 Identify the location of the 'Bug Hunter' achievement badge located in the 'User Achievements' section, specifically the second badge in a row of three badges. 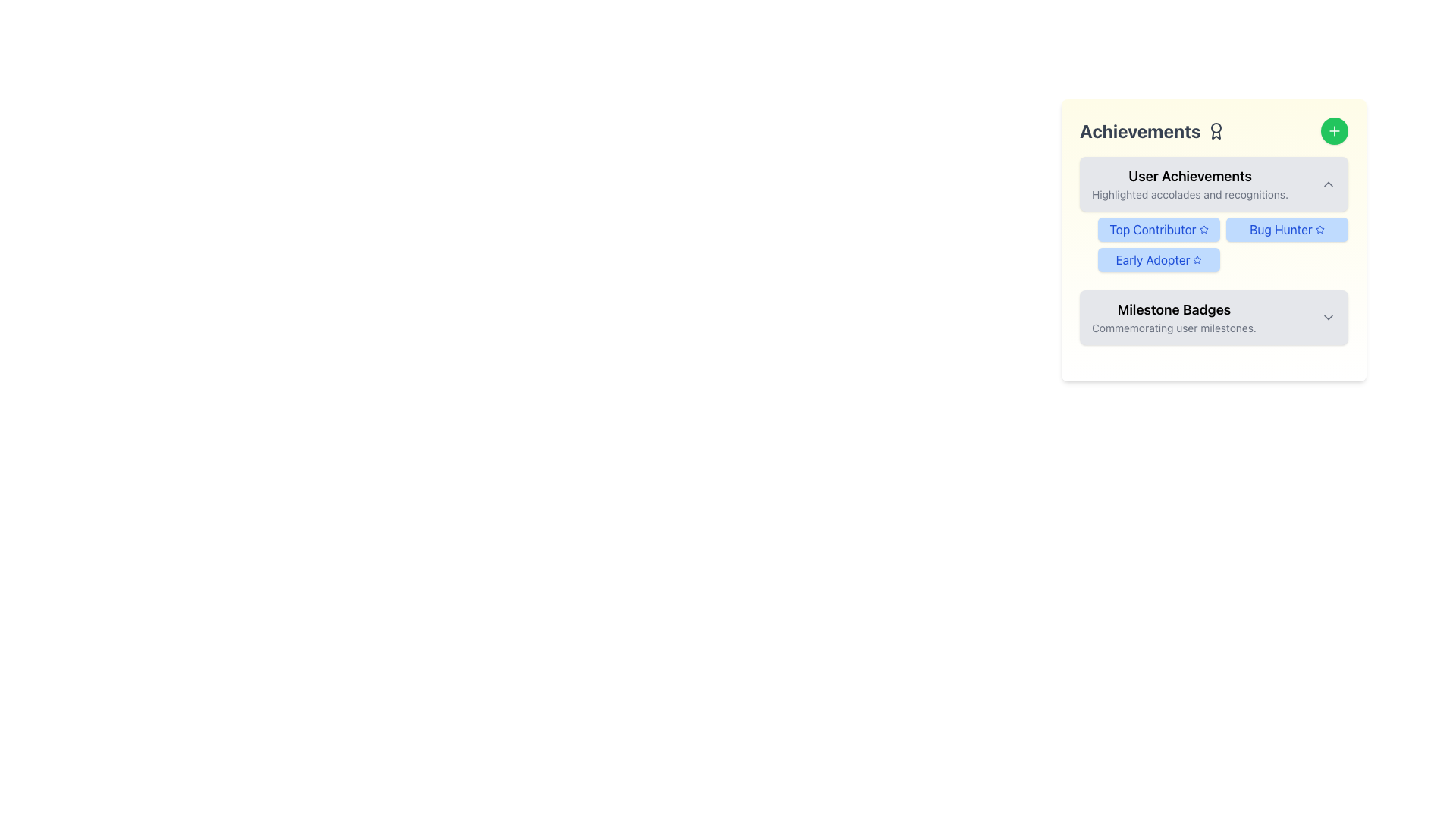
(1286, 230).